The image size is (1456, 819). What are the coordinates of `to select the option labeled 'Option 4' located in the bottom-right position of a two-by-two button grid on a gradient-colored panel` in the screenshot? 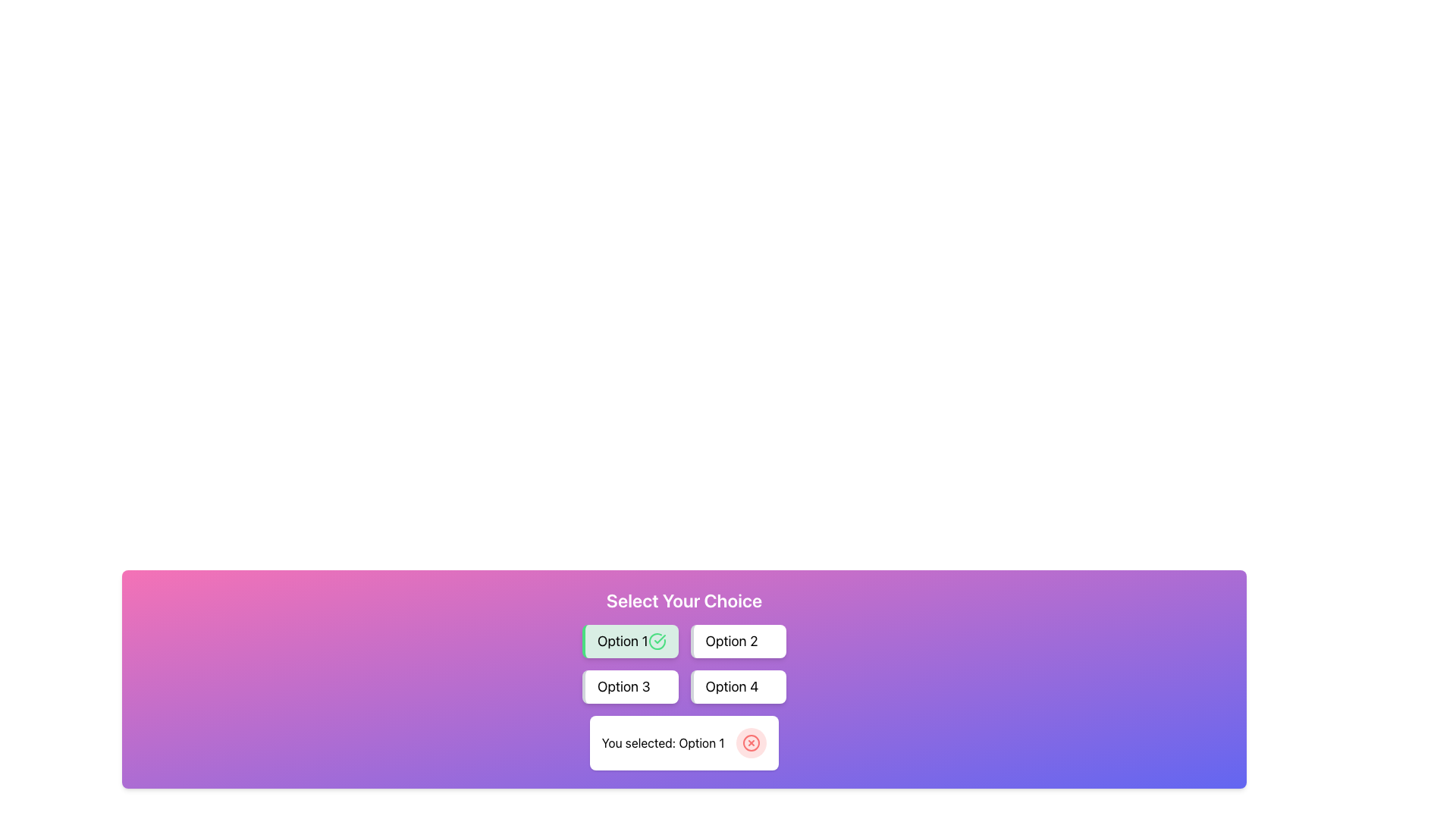 It's located at (732, 687).